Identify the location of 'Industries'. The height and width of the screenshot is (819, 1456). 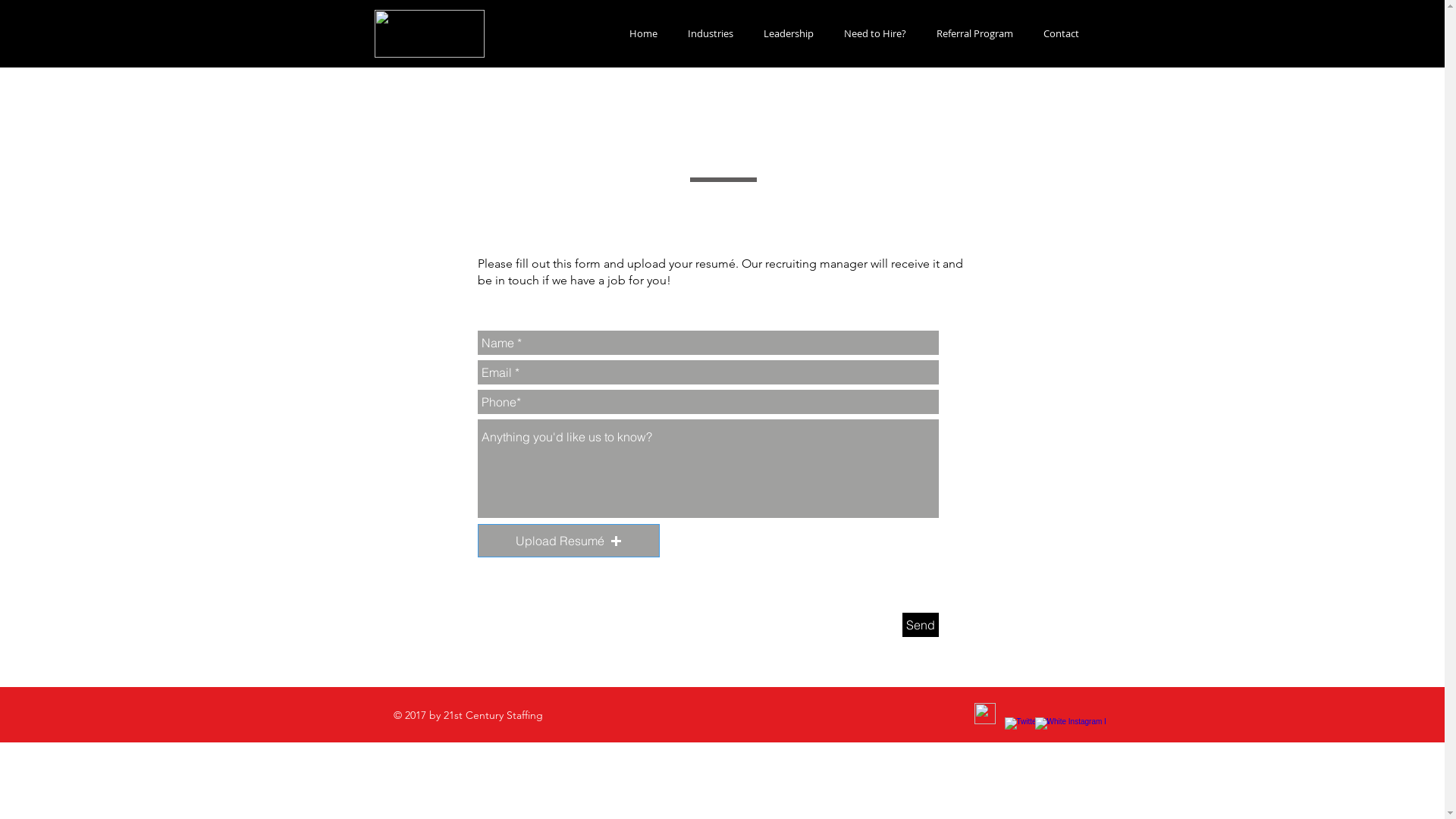
(671, 33).